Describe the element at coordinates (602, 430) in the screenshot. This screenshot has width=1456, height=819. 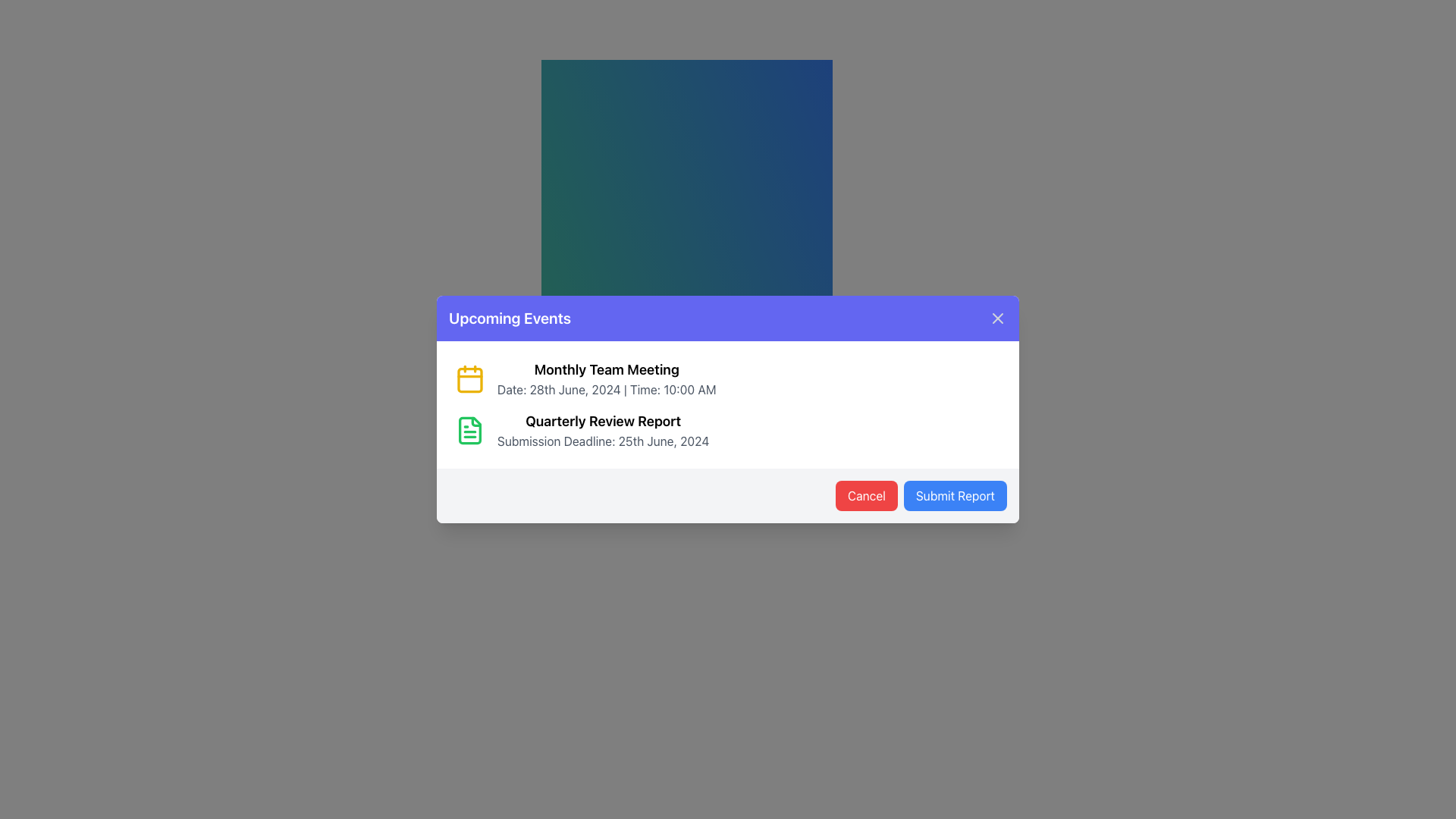
I see `the Informational Text element that displays 'Quarterly Review Report' and 'Submission Deadline: 25th June, 2024', located in the second list item of the 'Upcoming Events' dialog box` at that location.